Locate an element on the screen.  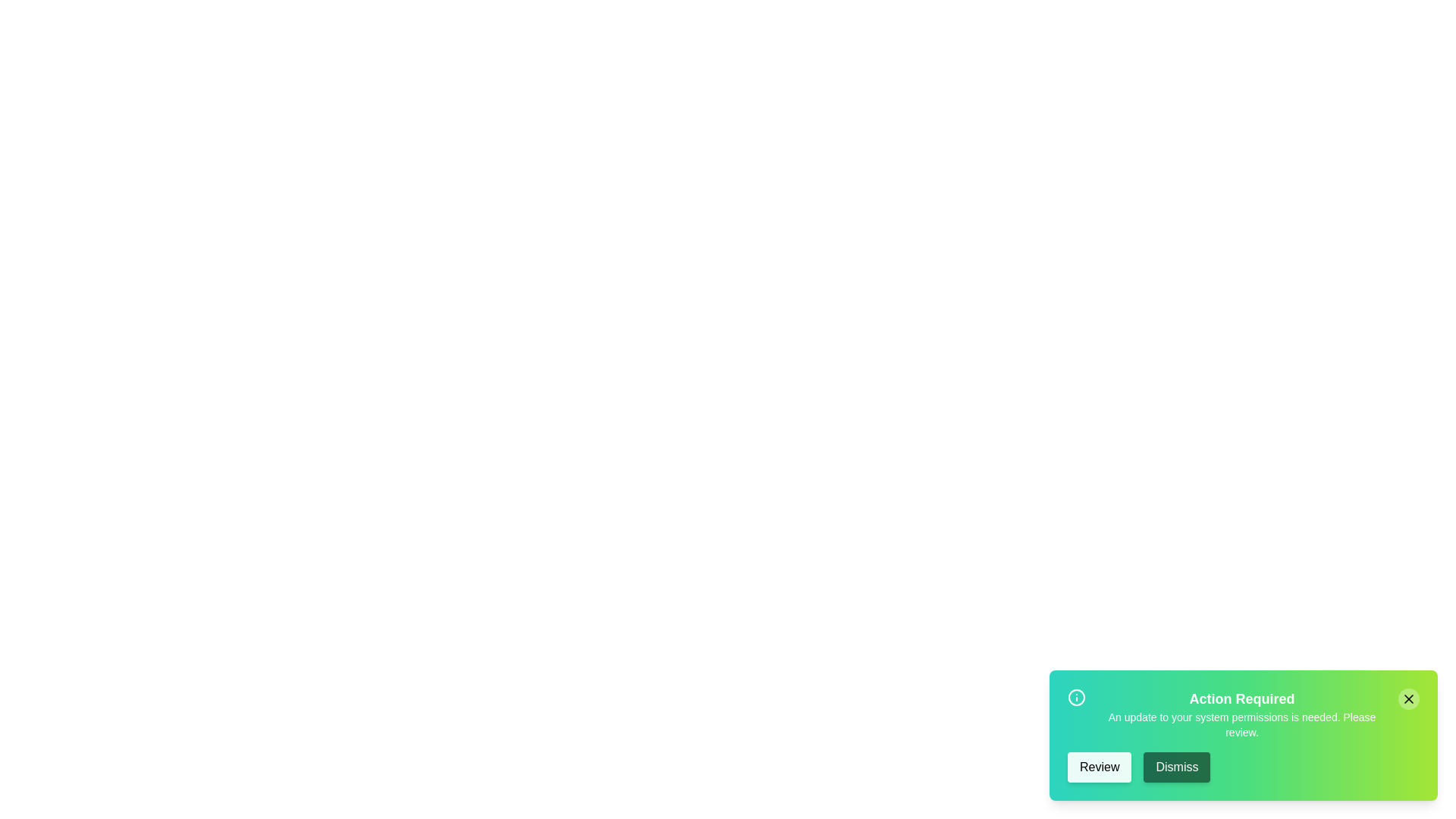
the 'Dismiss' button to close the snackbar is located at coordinates (1175, 767).